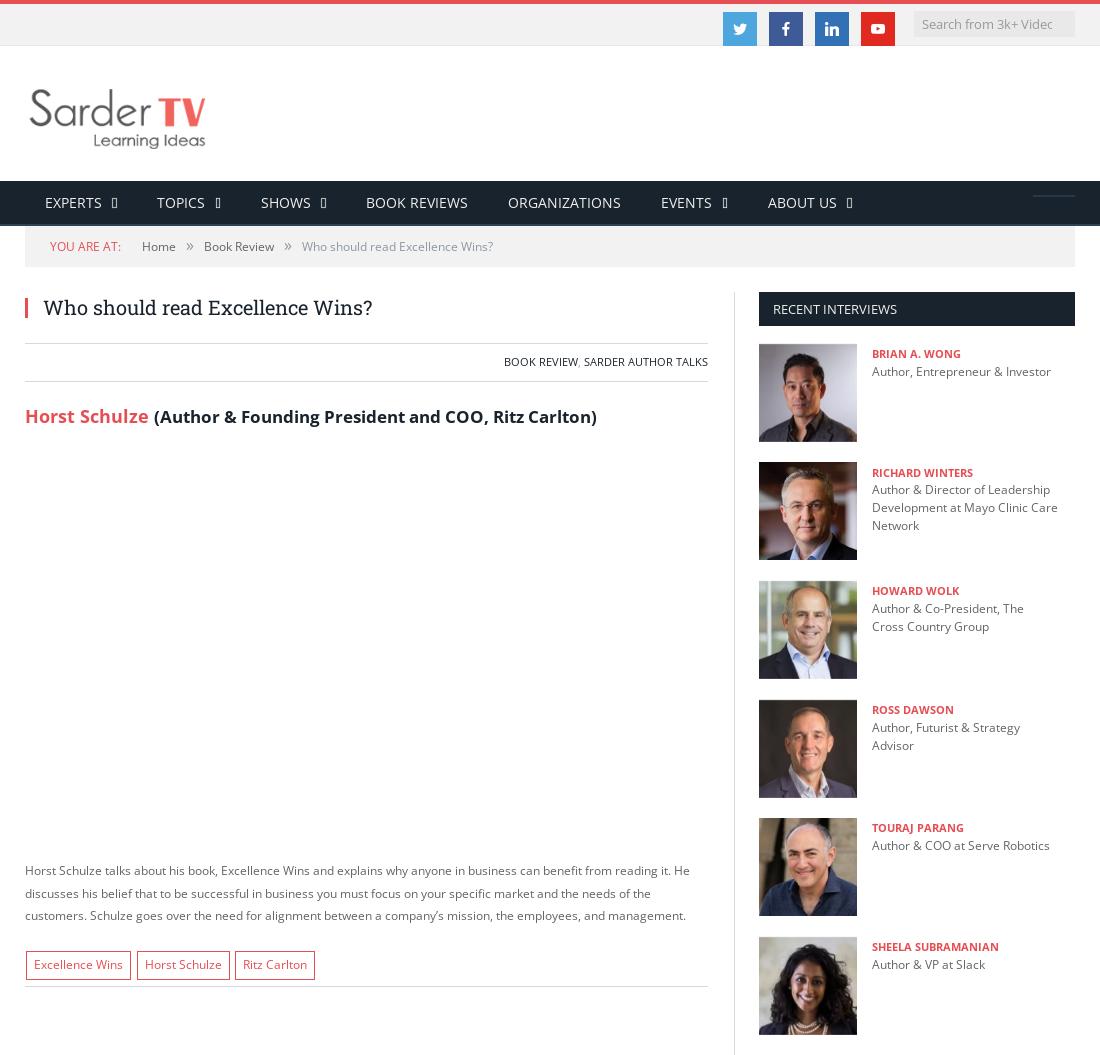  I want to click on '(Author & Founding President and COO, Ritz Carlton)', so click(375, 414).